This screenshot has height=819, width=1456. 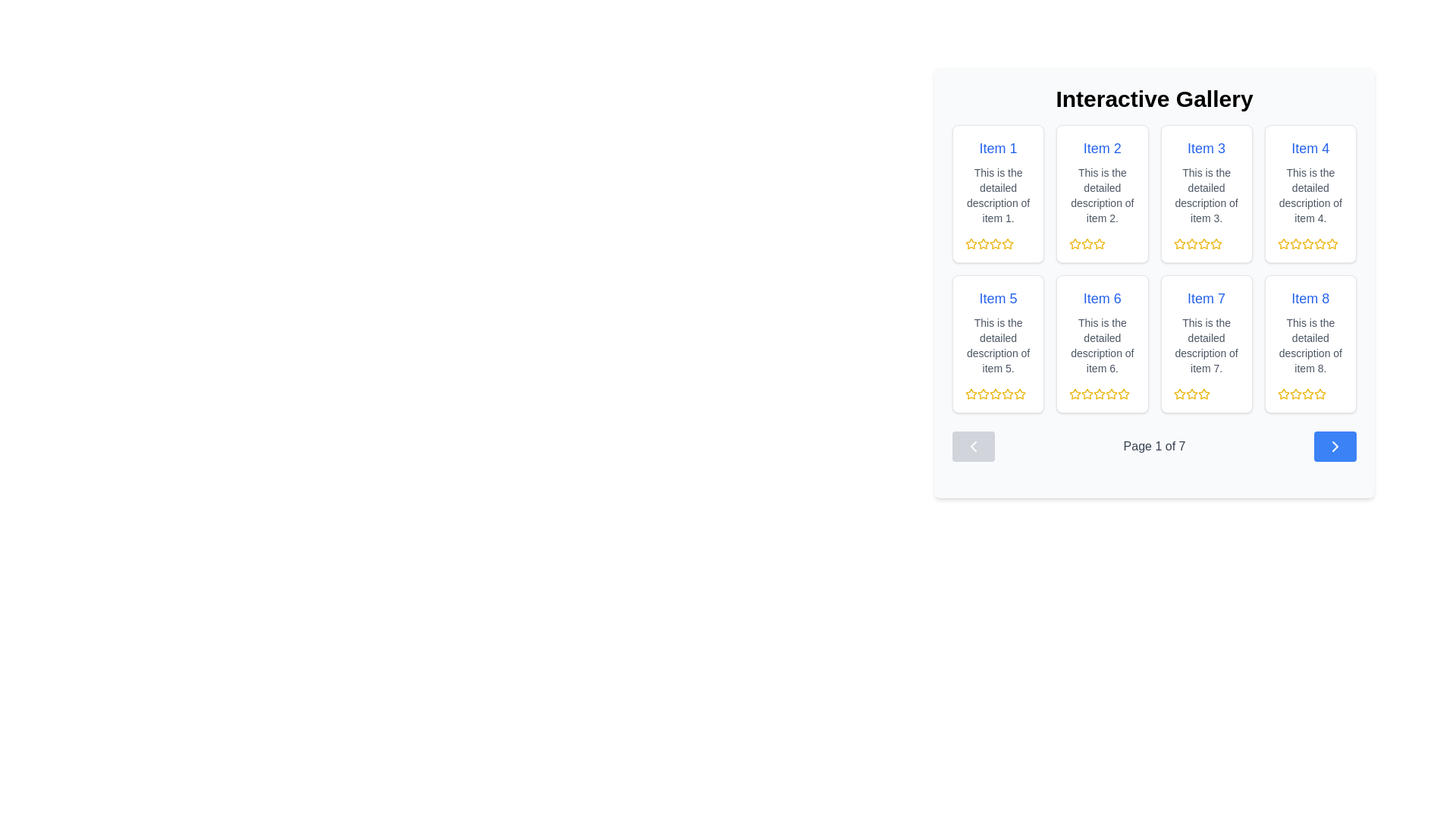 I want to click on the second card in the grid layout that provides a brief textual description and options for user interaction, so click(x=1102, y=193).